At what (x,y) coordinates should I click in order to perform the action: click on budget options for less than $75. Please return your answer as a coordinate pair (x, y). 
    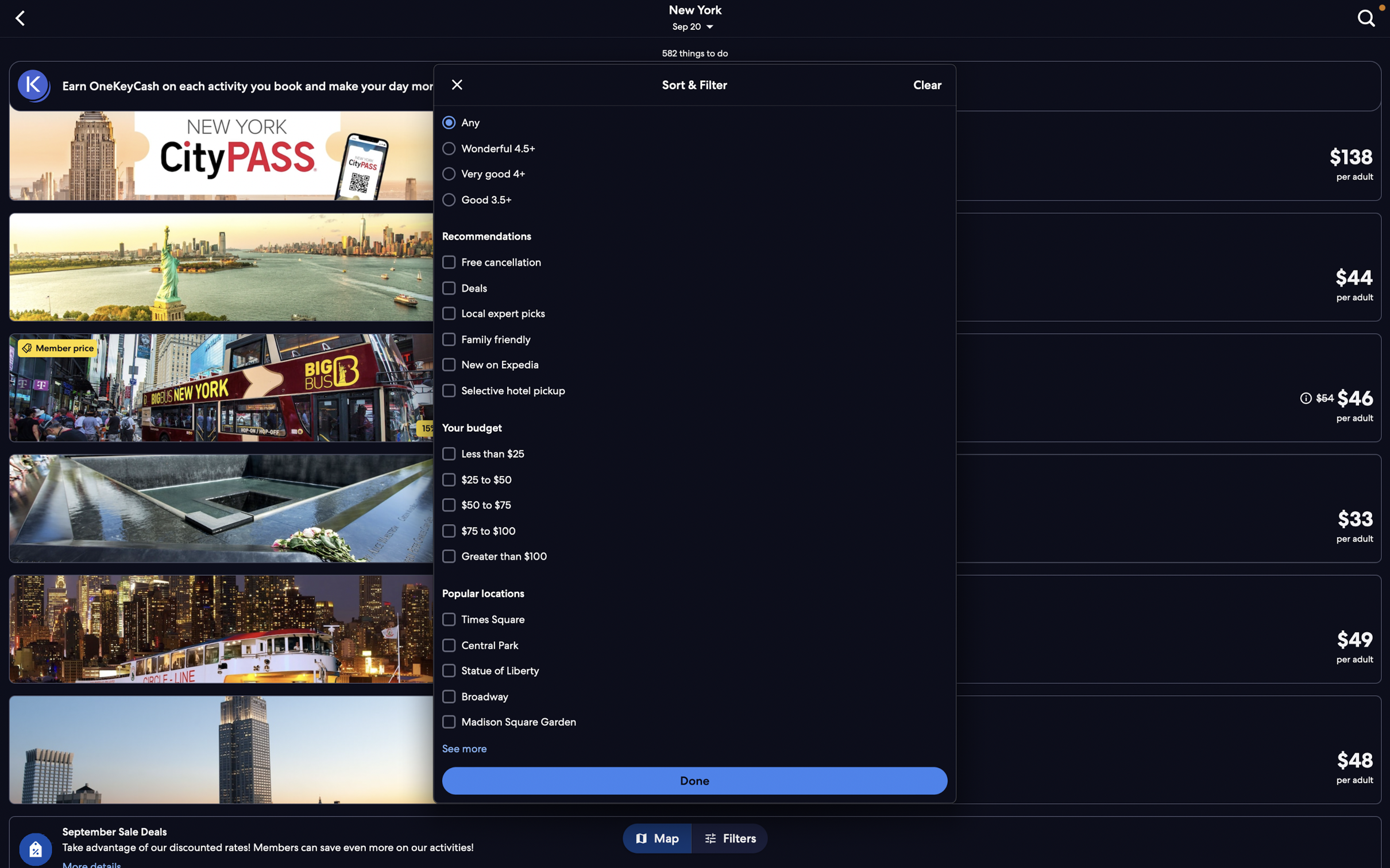
    Looking at the image, I should click on (695, 452).